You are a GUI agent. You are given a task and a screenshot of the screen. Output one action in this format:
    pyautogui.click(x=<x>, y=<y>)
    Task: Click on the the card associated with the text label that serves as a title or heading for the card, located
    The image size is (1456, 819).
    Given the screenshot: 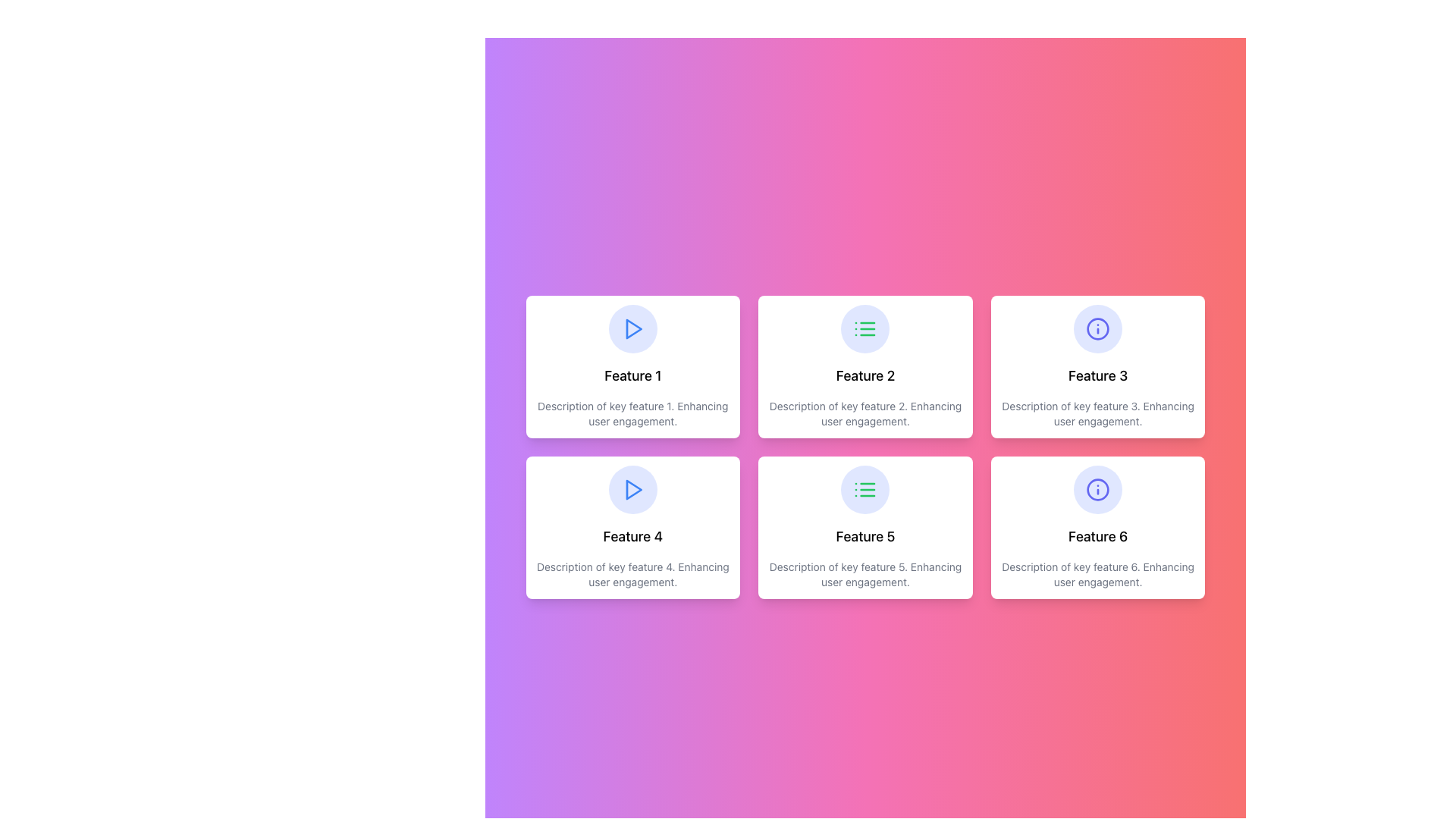 What is the action you would take?
    pyautogui.click(x=865, y=375)
    